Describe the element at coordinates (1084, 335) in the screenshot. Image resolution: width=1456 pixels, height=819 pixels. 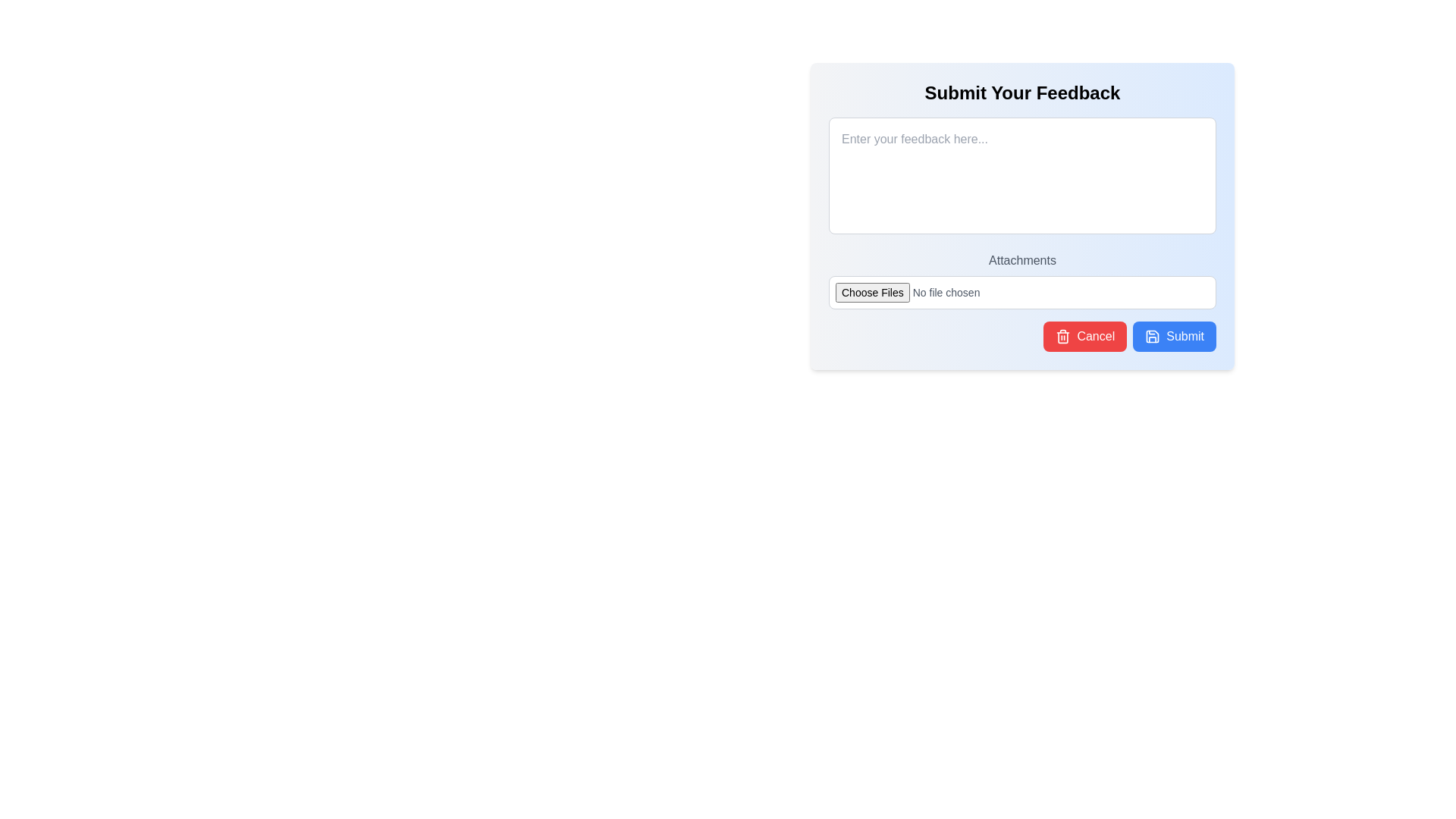
I see `the red 'Cancel' button with white text and a trash can icon to observe any hover-related effects` at that location.